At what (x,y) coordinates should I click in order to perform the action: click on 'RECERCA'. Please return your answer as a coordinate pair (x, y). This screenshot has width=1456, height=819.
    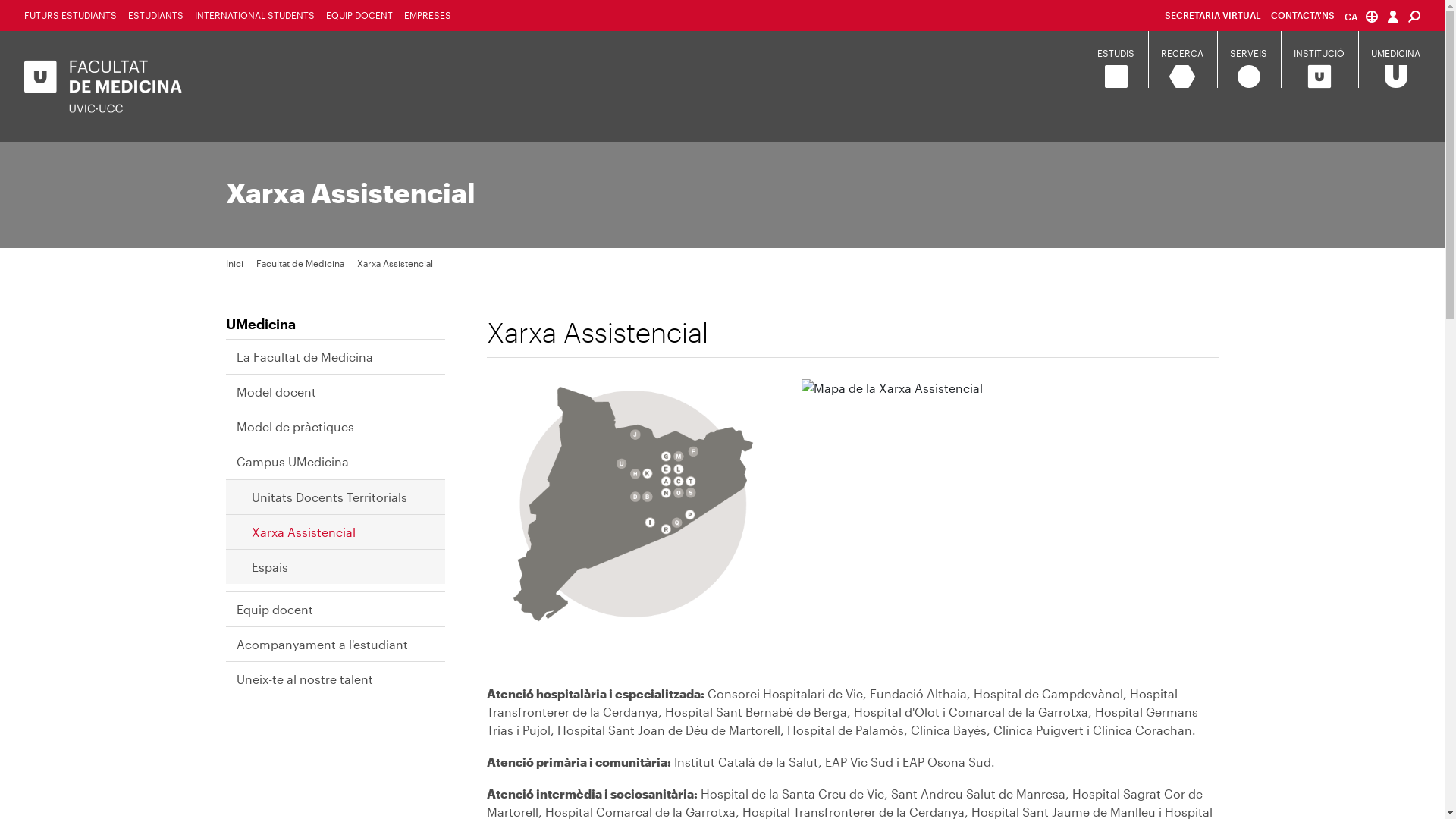
    Looking at the image, I should click on (1181, 52).